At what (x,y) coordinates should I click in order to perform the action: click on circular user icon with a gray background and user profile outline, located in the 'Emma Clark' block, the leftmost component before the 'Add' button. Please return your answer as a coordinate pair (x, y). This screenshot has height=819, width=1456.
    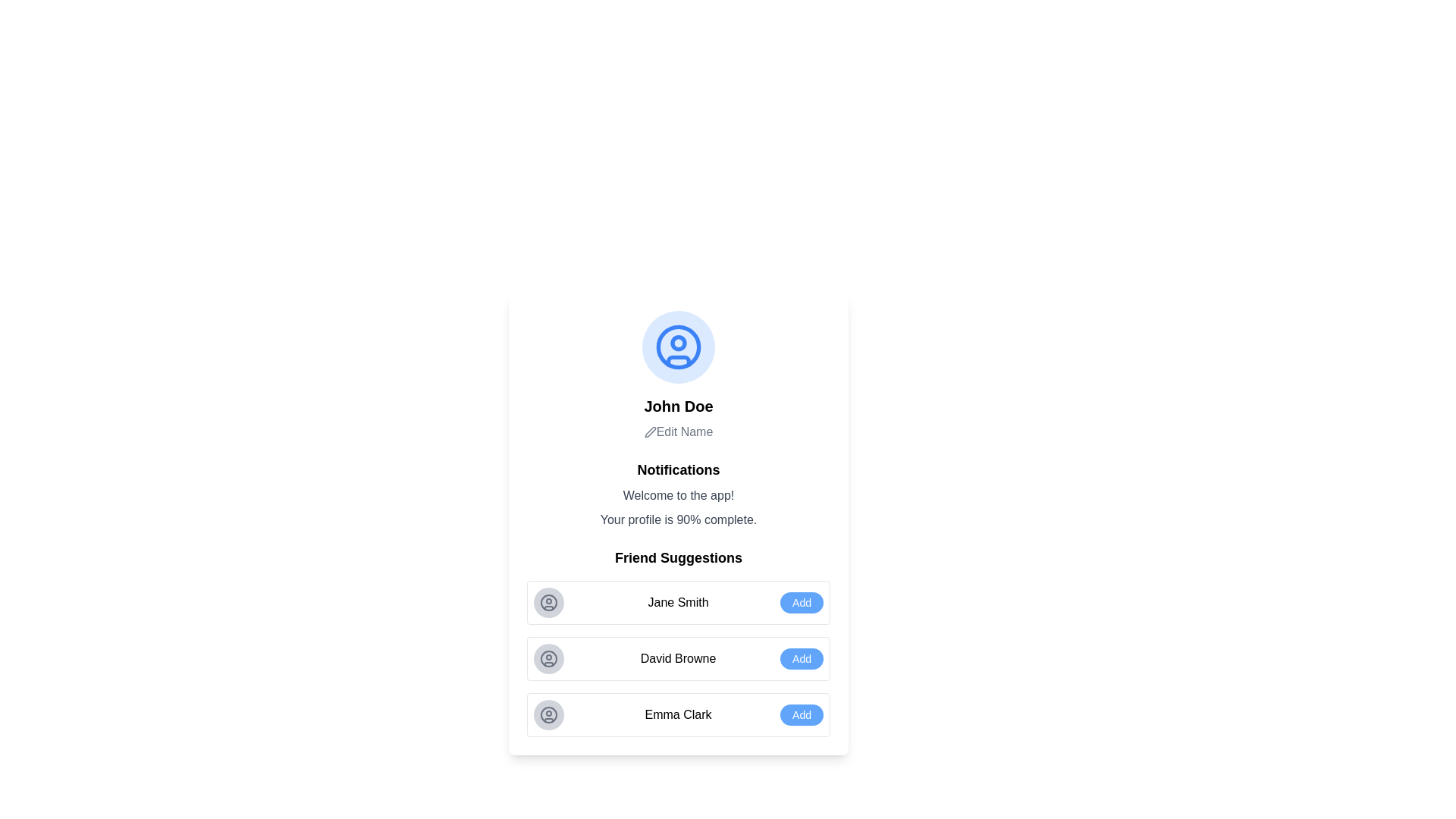
    Looking at the image, I should click on (548, 714).